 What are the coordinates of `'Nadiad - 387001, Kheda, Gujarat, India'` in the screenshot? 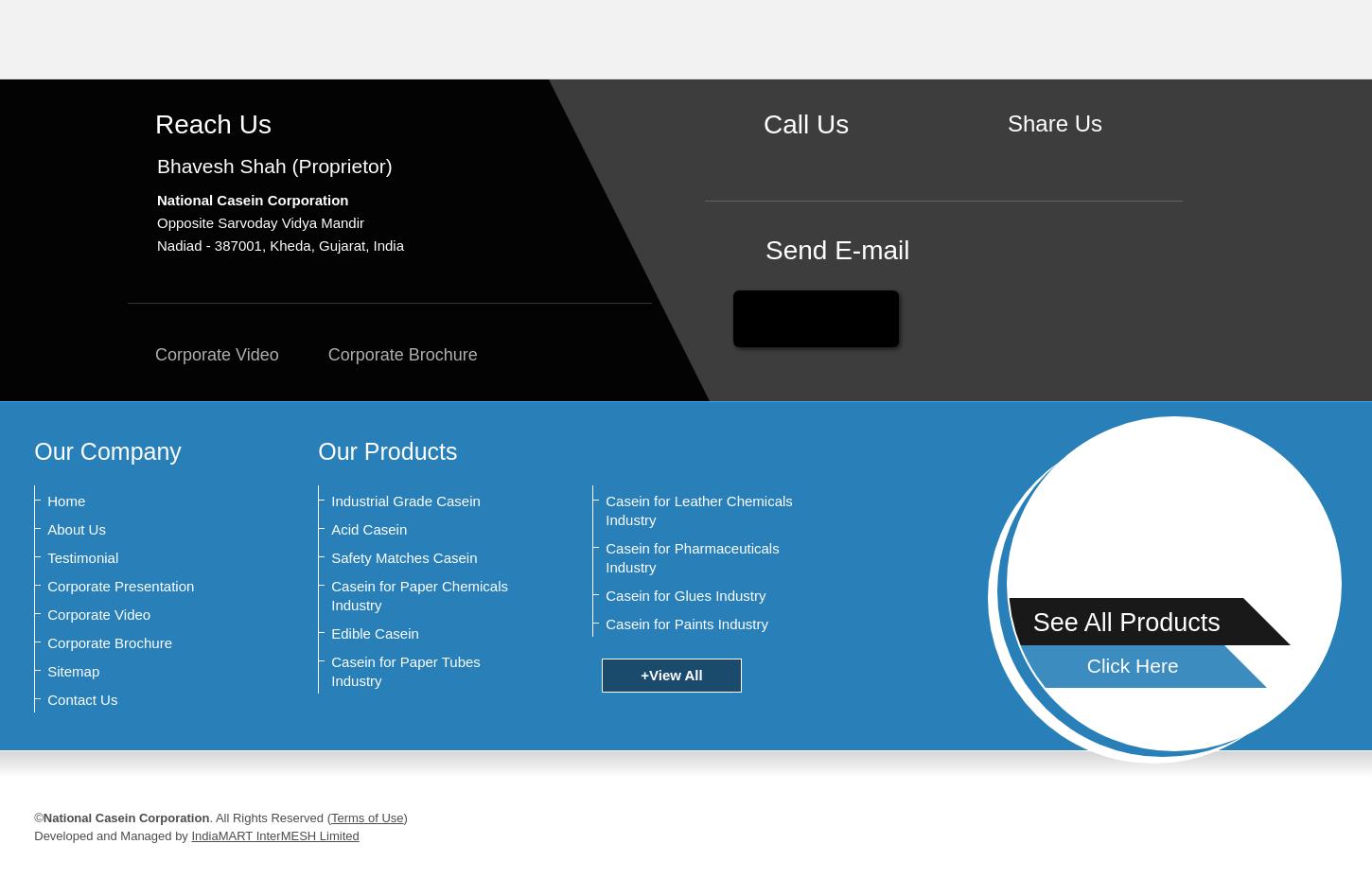 It's located at (280, 244).